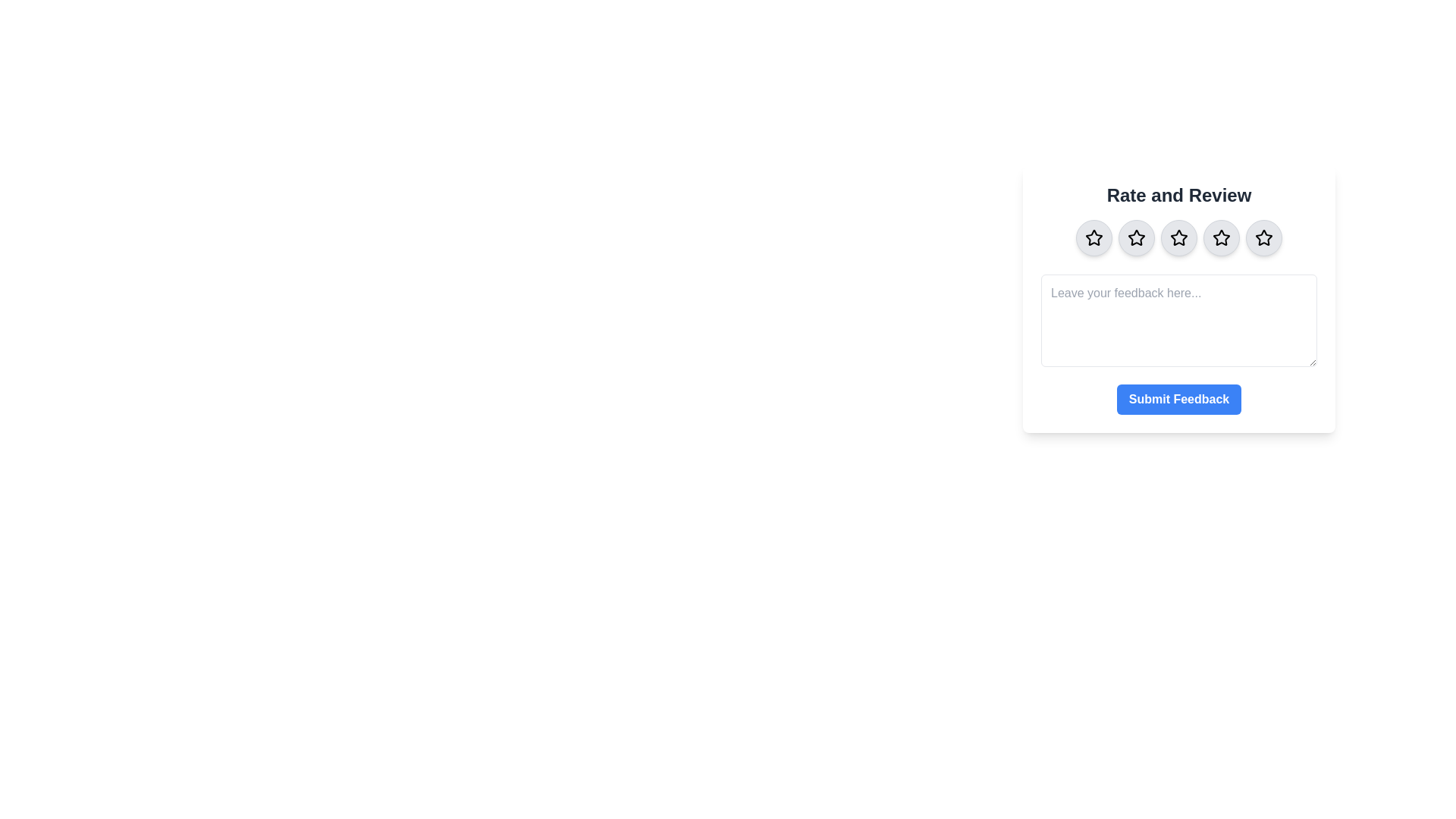 The width and height of the screenshot is (1456, 819). I want to click on the fifth Rating button, which has a circular shape with a light gray background, darker gray border, and a black star icon in the center, so click(1263, 237).